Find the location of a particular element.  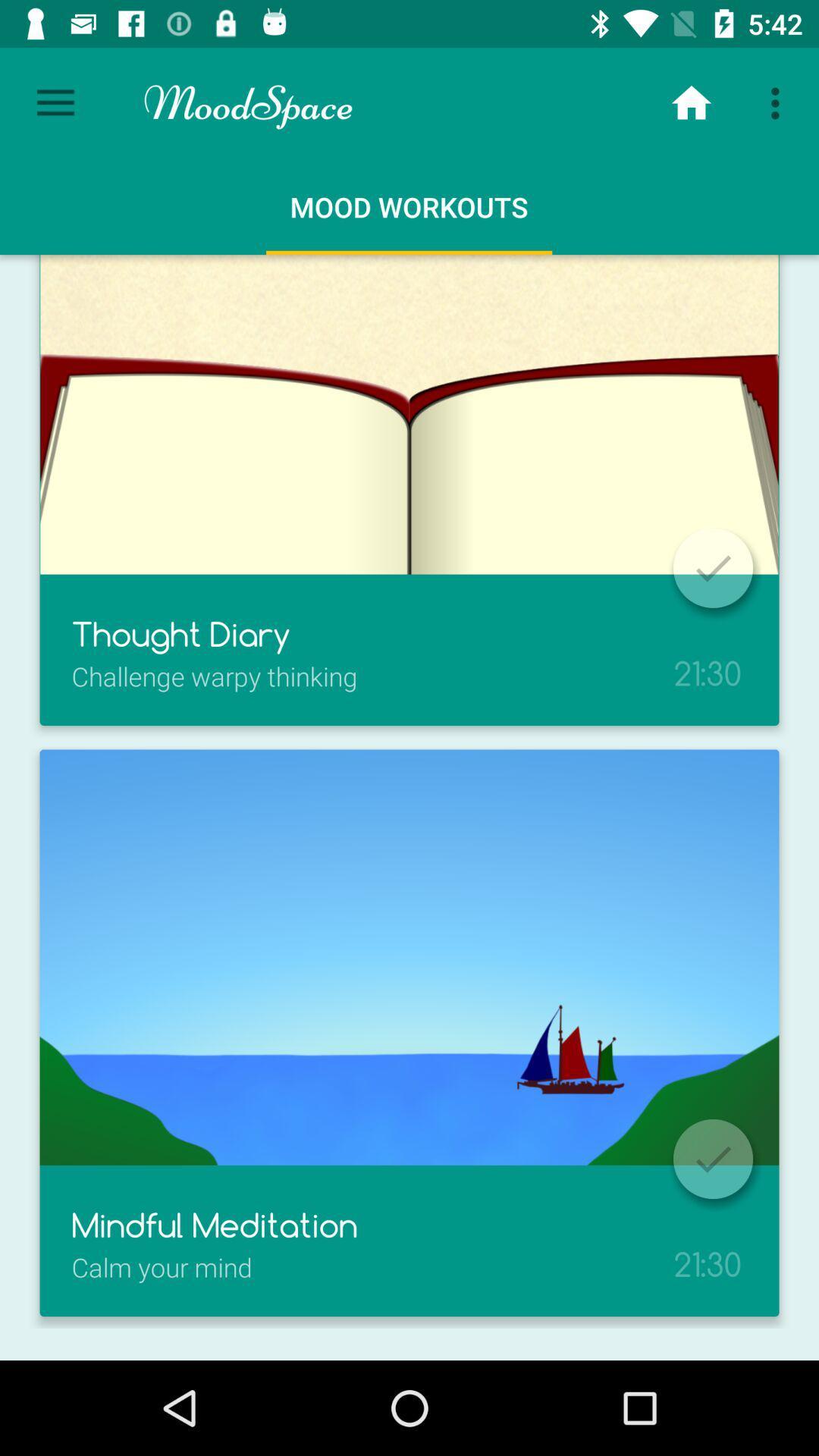

the home icon is located at coordinates (691, 103).